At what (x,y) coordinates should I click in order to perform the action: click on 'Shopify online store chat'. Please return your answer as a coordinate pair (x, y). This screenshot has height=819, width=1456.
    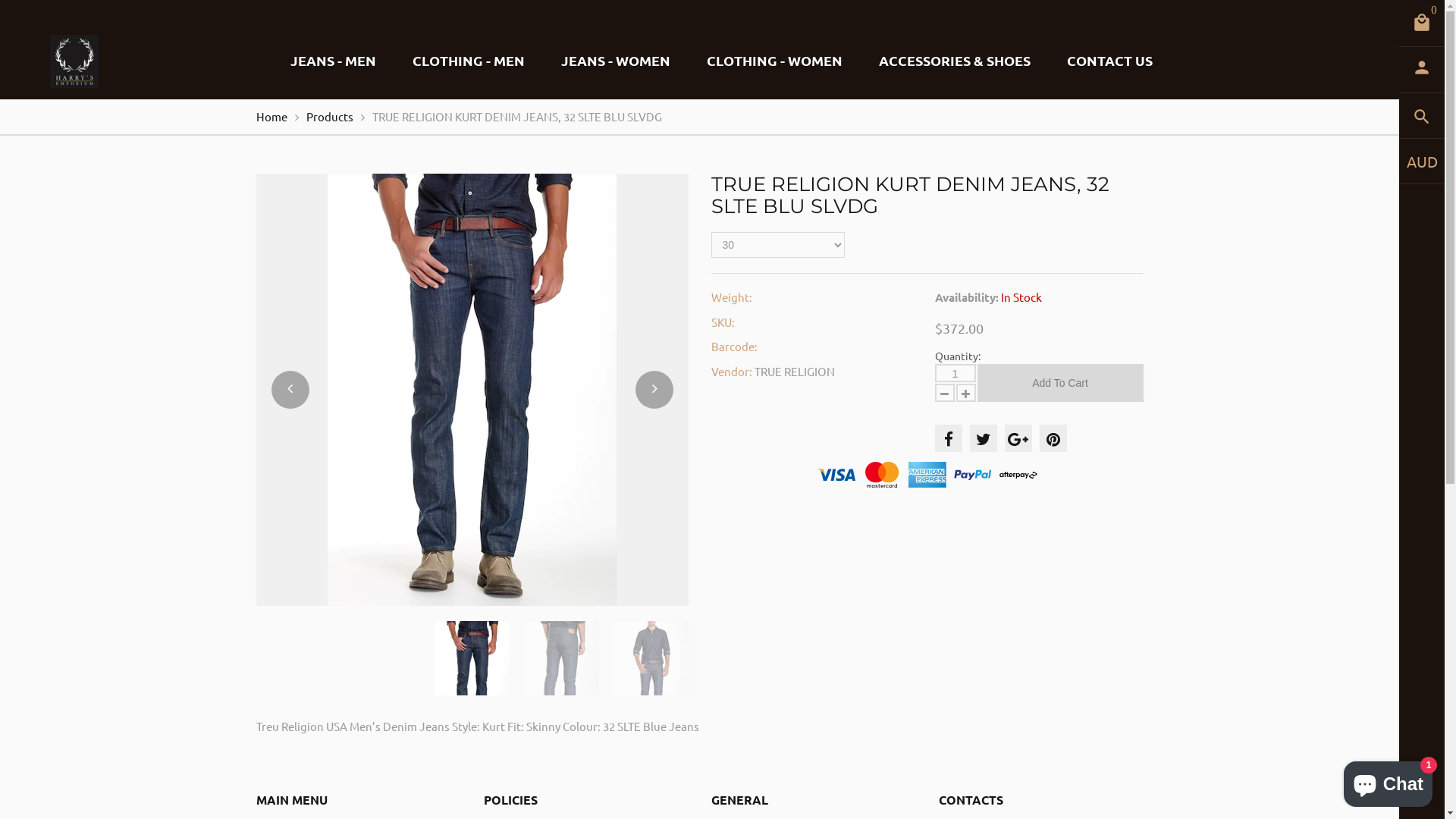
    Looking at the image, I should click on (1339, 780).